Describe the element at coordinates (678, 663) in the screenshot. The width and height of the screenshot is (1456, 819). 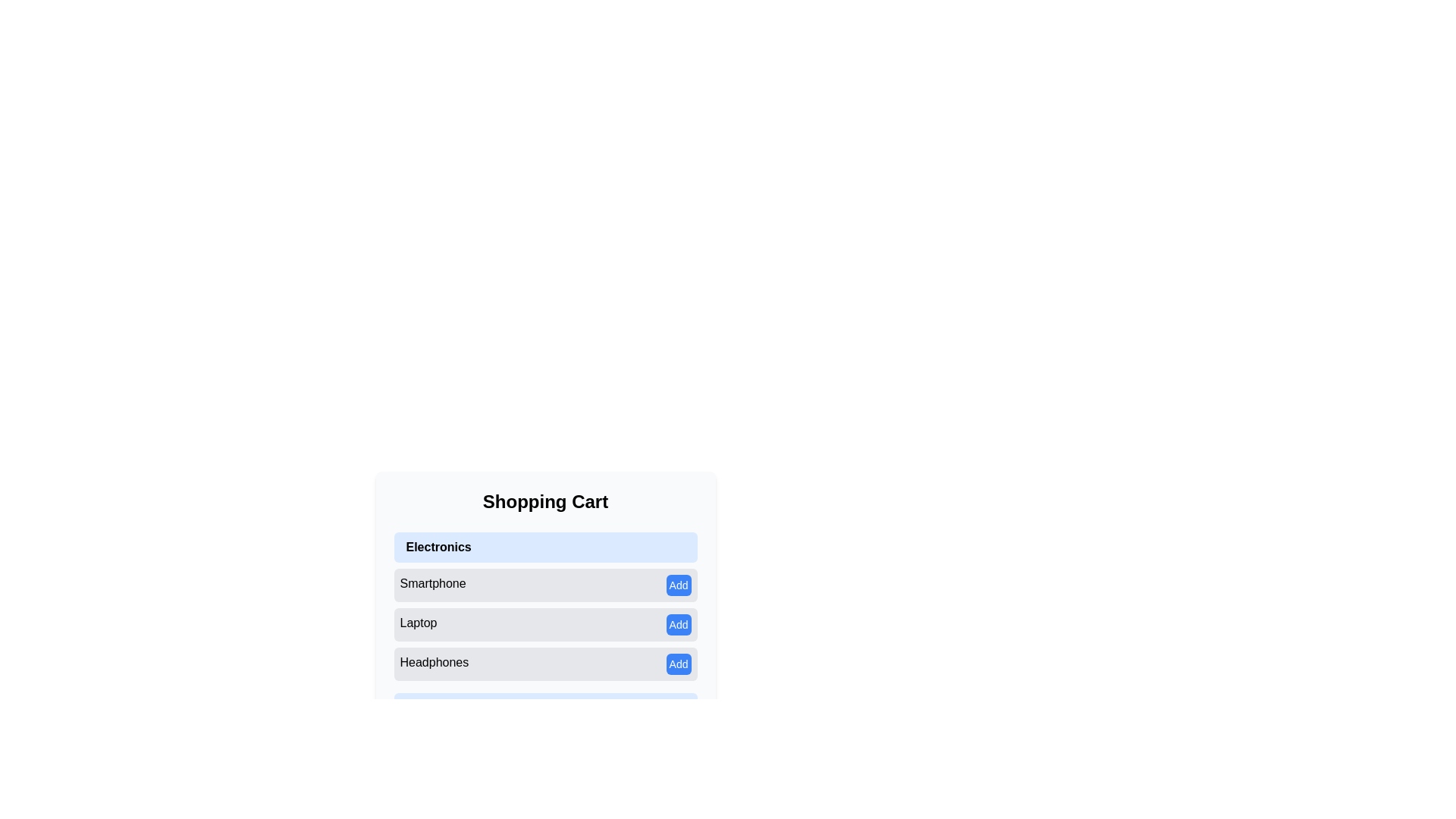
I see `the 'Add' button located at the bottom of the 'Shopping Cart' list, which has a blue background and bold white text` at that location.